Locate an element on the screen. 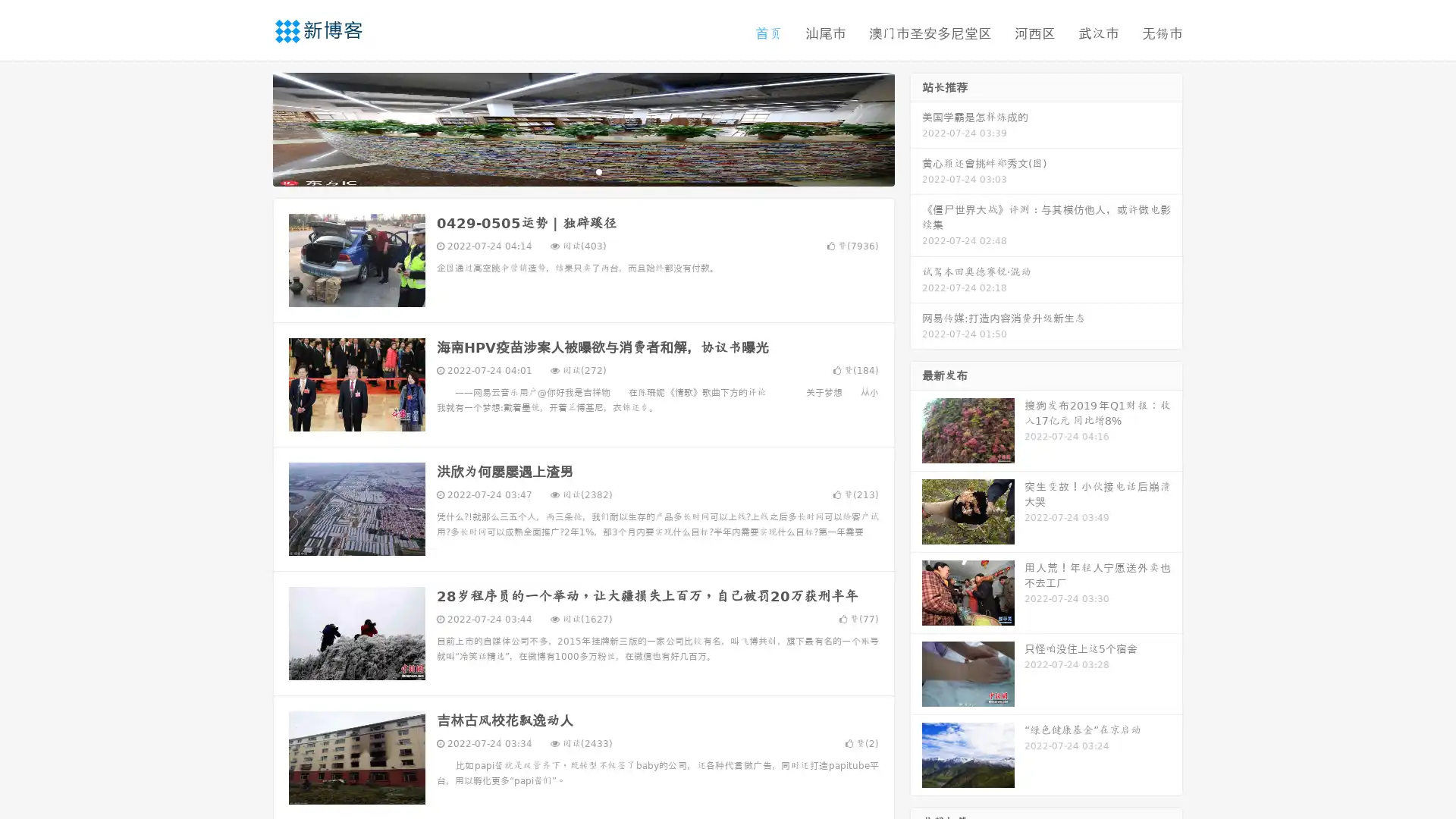 This screenshot has width=1456, height=819. Next slide is located at coordinates (916, 127).